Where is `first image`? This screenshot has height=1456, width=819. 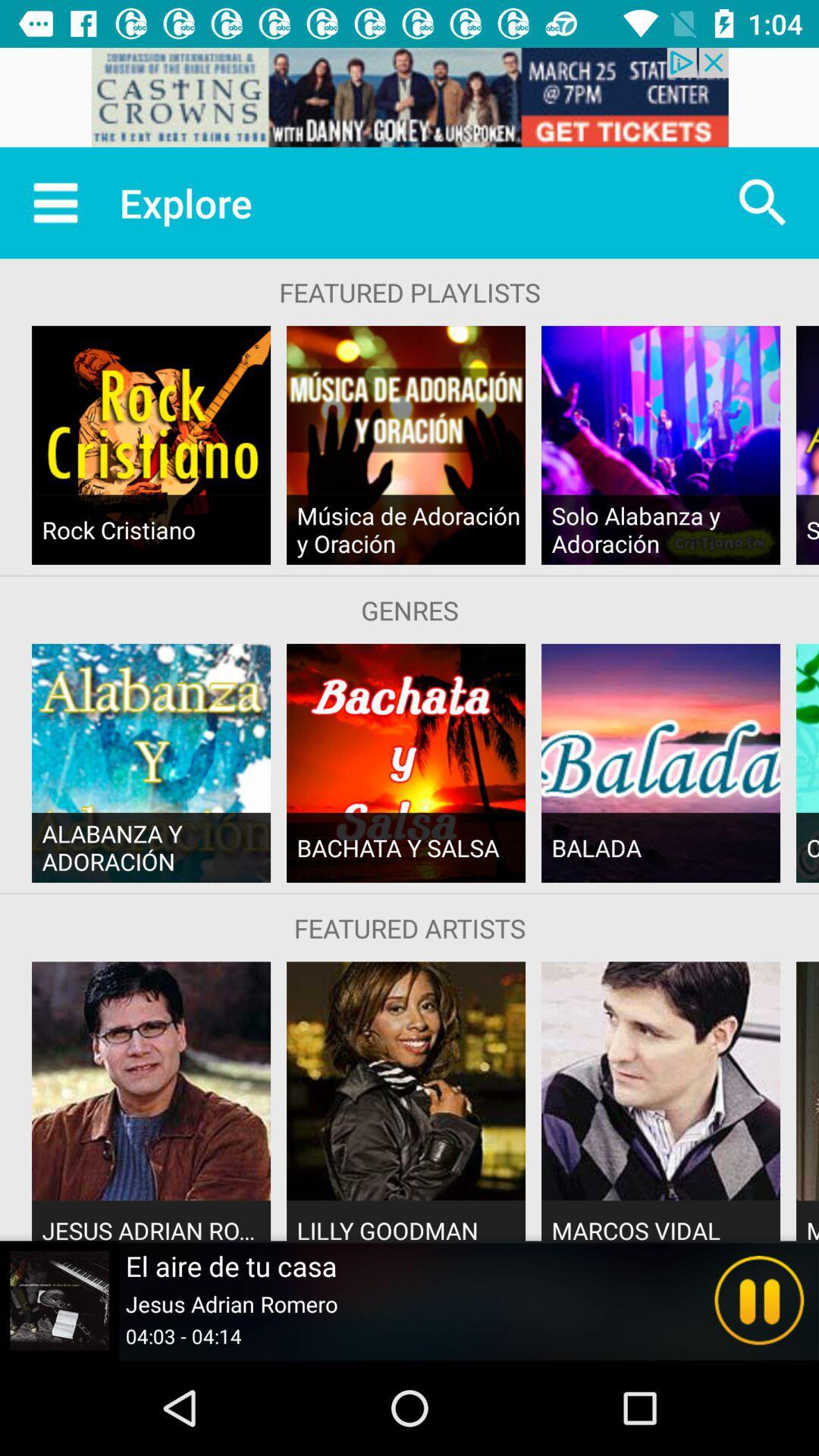 first image is located at coordinates (151, 444).